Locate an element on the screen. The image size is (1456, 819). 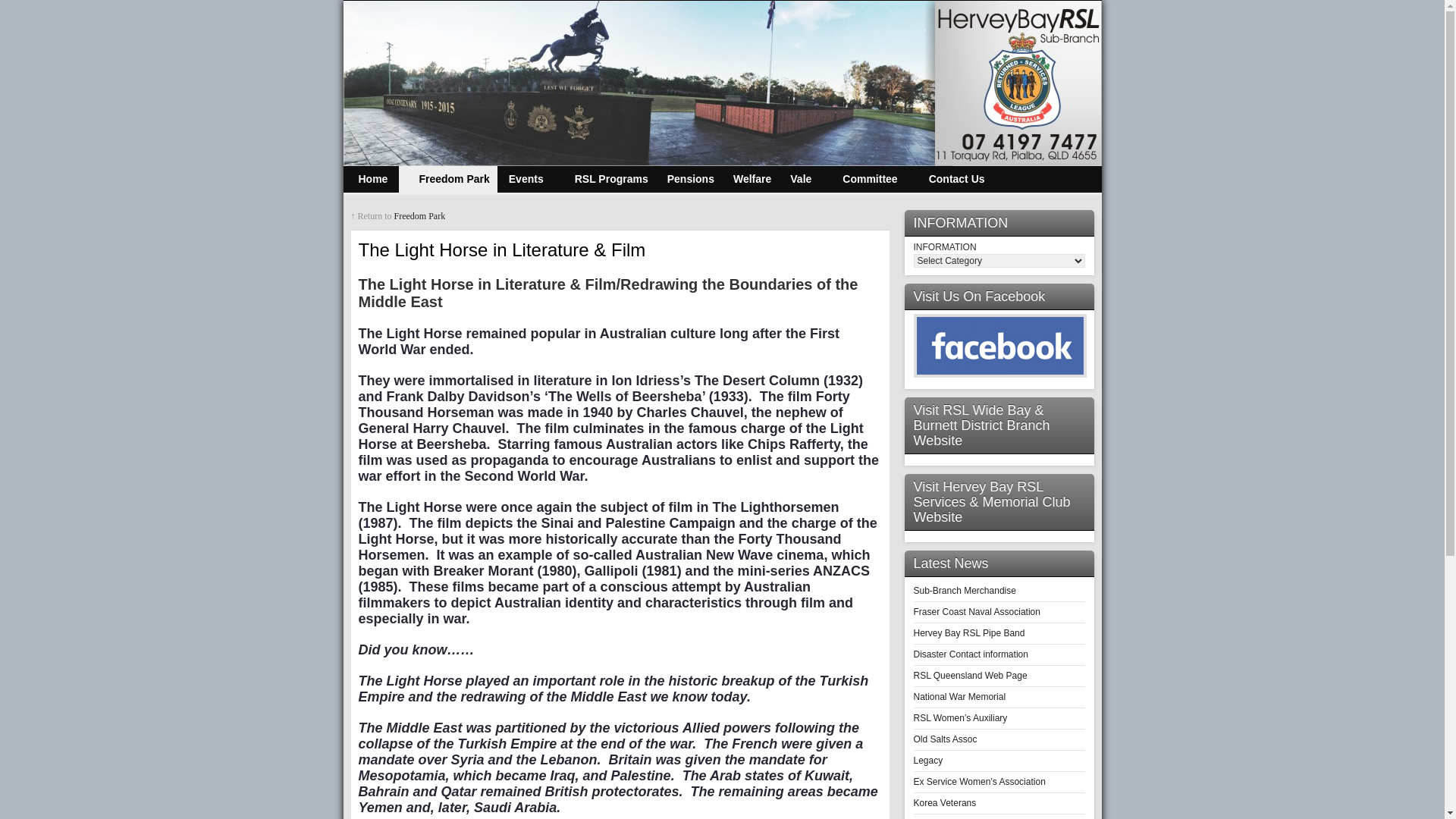
'Home' is located at coordinates (372, 178).